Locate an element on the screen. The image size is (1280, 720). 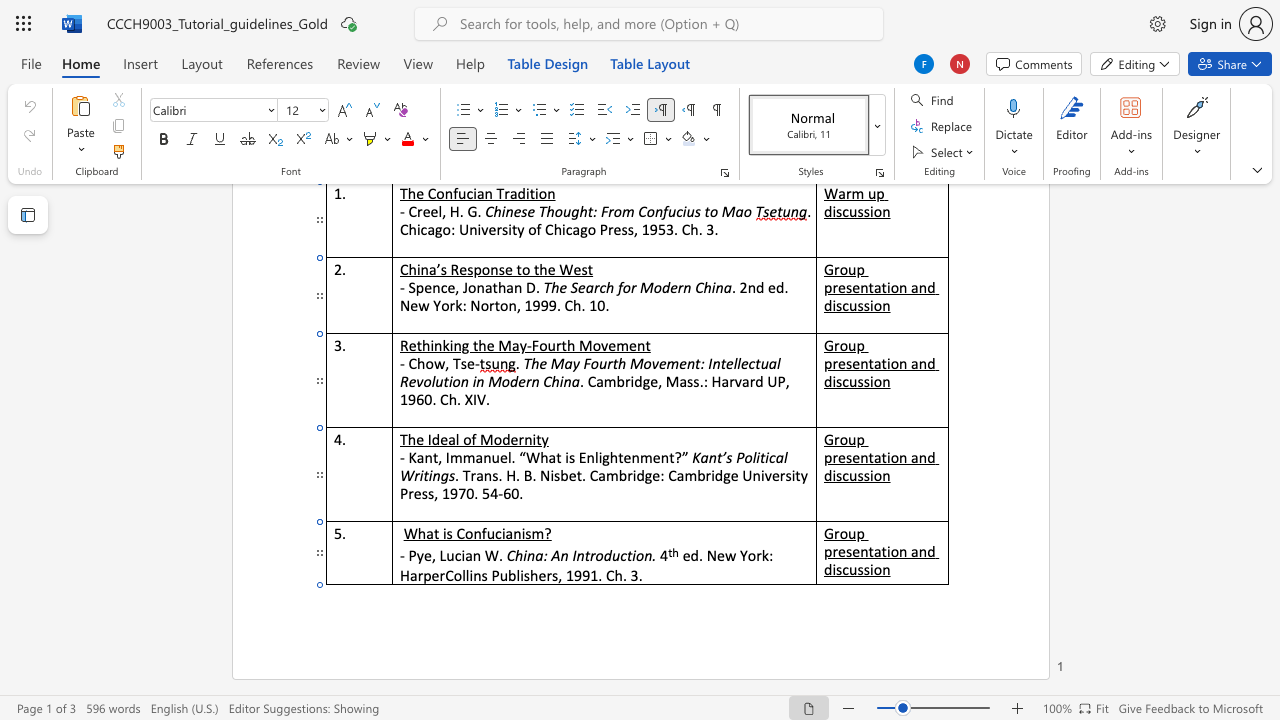
the 3th character "i" in the text is located at coordinates (871, 569).